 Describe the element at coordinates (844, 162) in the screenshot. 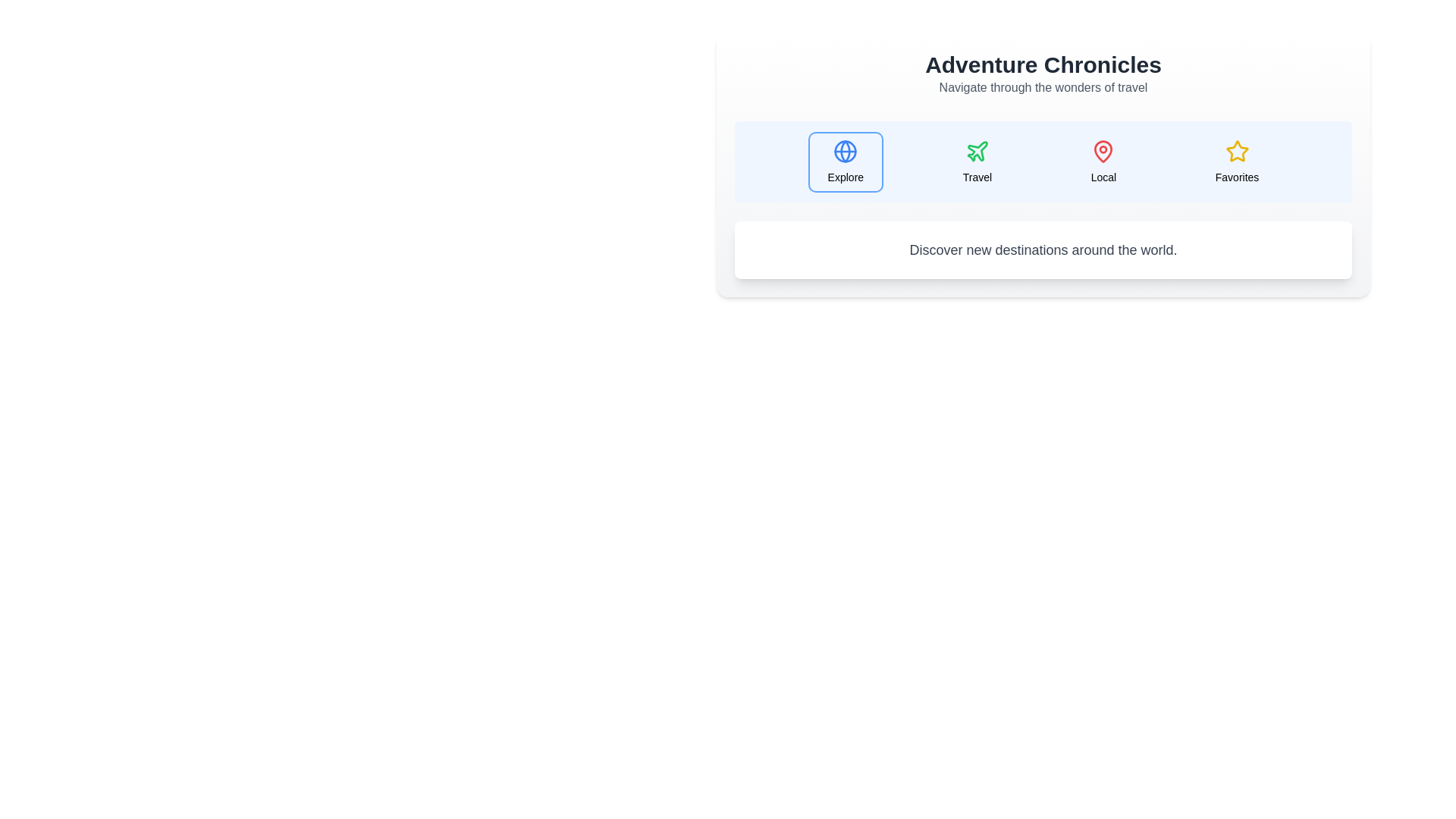

I see `the tab labeled Explore to switch the displayed content` at that location.